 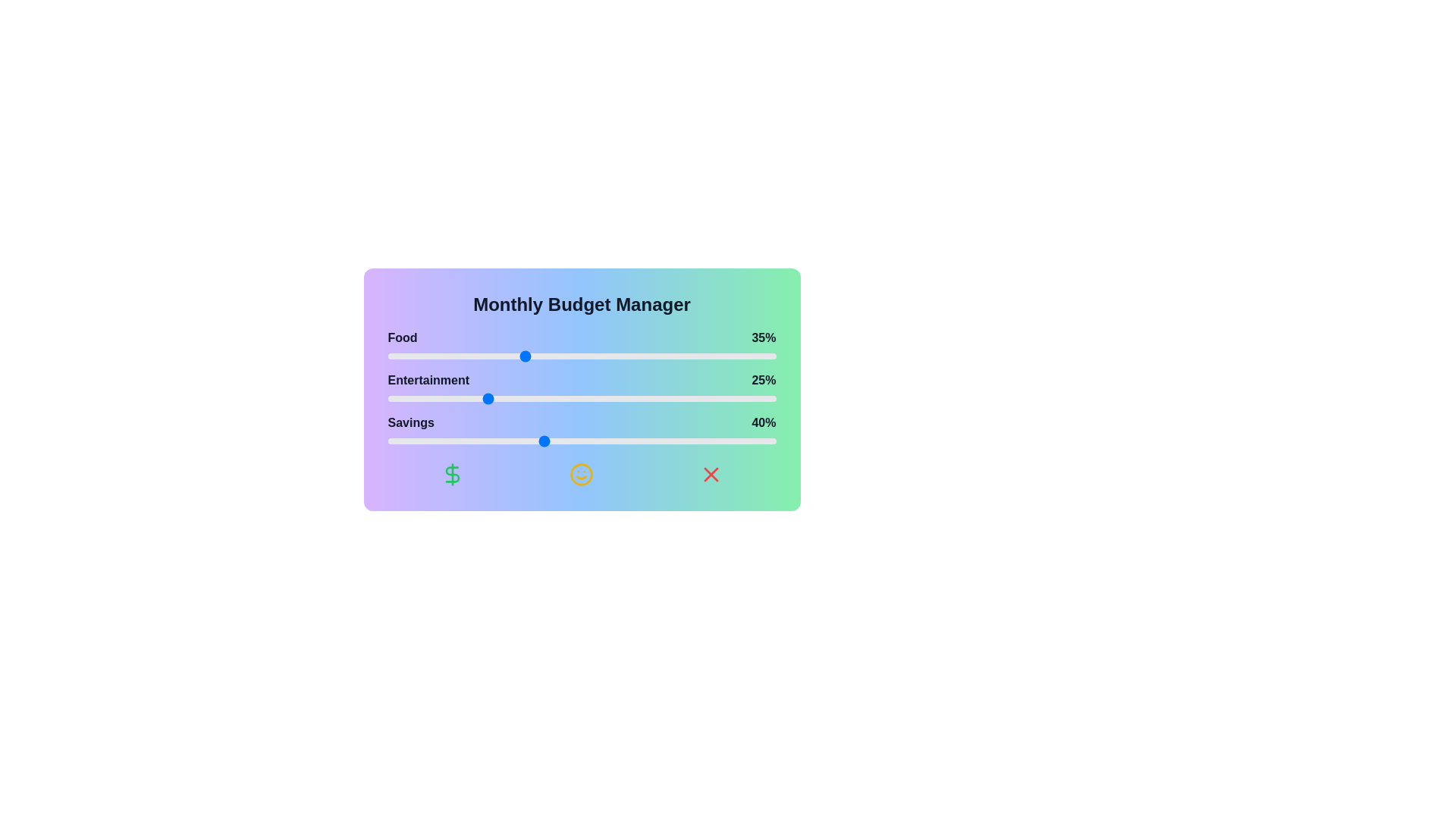 I want to click on the 'Food' slider to 97%, so click(x=764, y=356).